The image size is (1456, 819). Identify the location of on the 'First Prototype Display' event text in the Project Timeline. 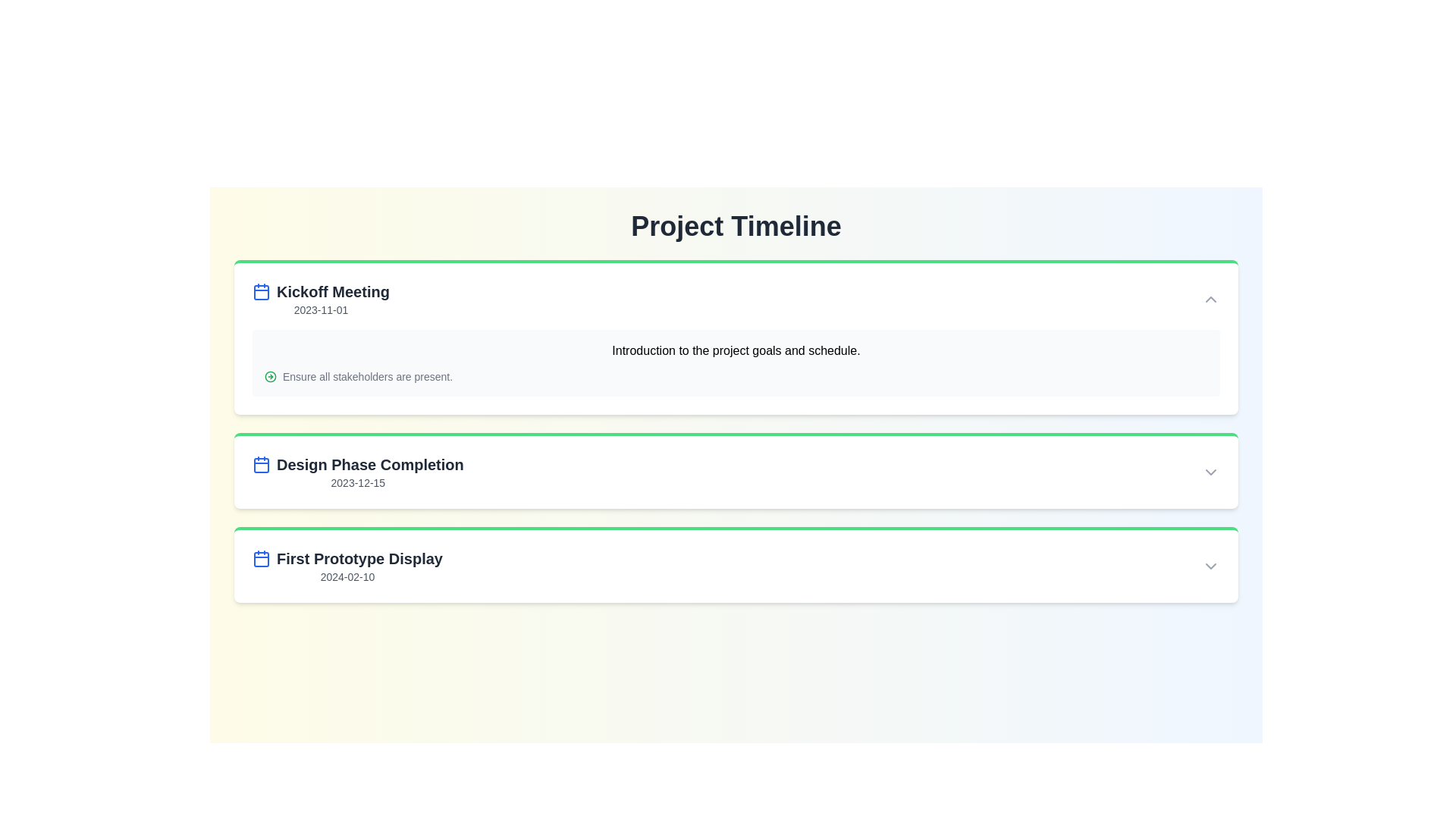
(347, 566).